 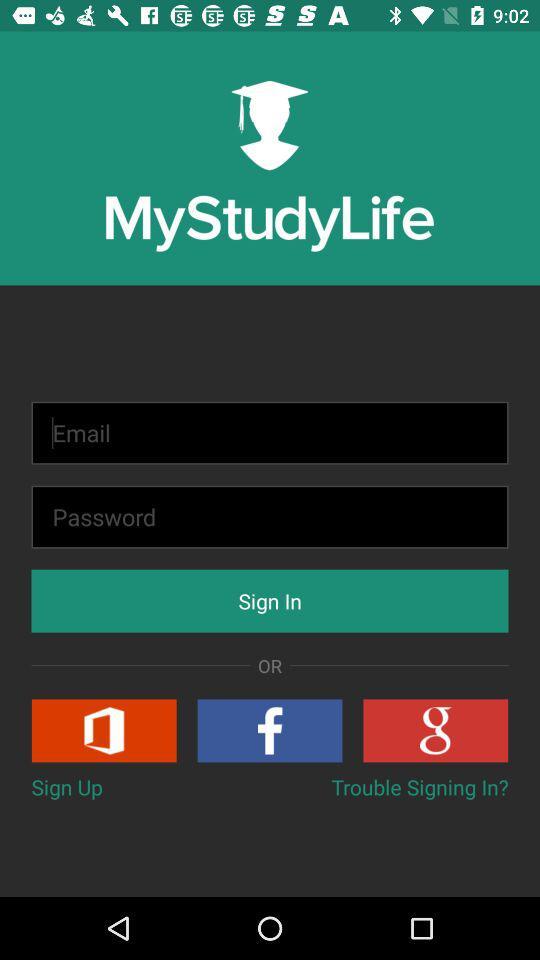 What do you see at coordinates (419, 787) in the screenshot?
I see `trouble signing in? item` at bounding box center [419, 787].